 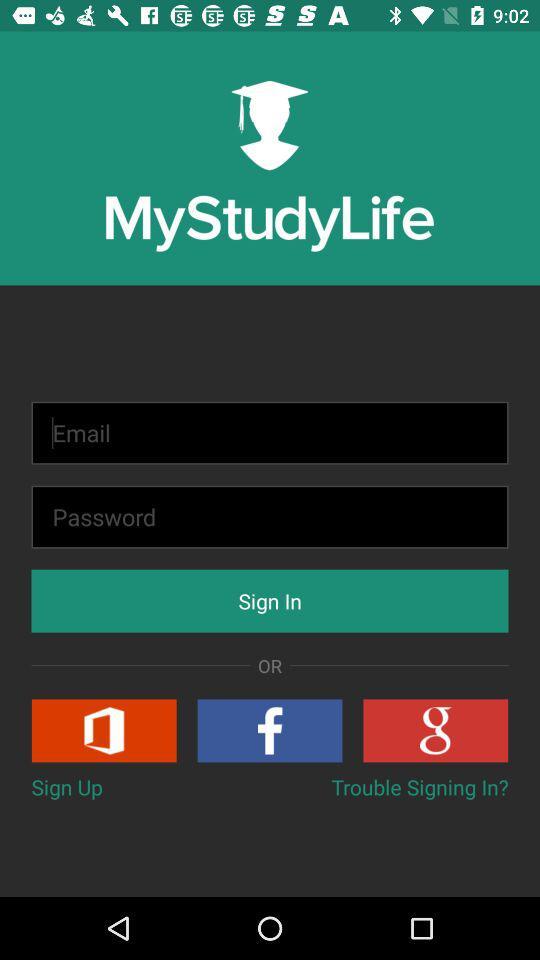 What do you see at coordinates (419, 787) in the screenshot?
I see `trouble signing in? item` at bounding box center [419, 787].